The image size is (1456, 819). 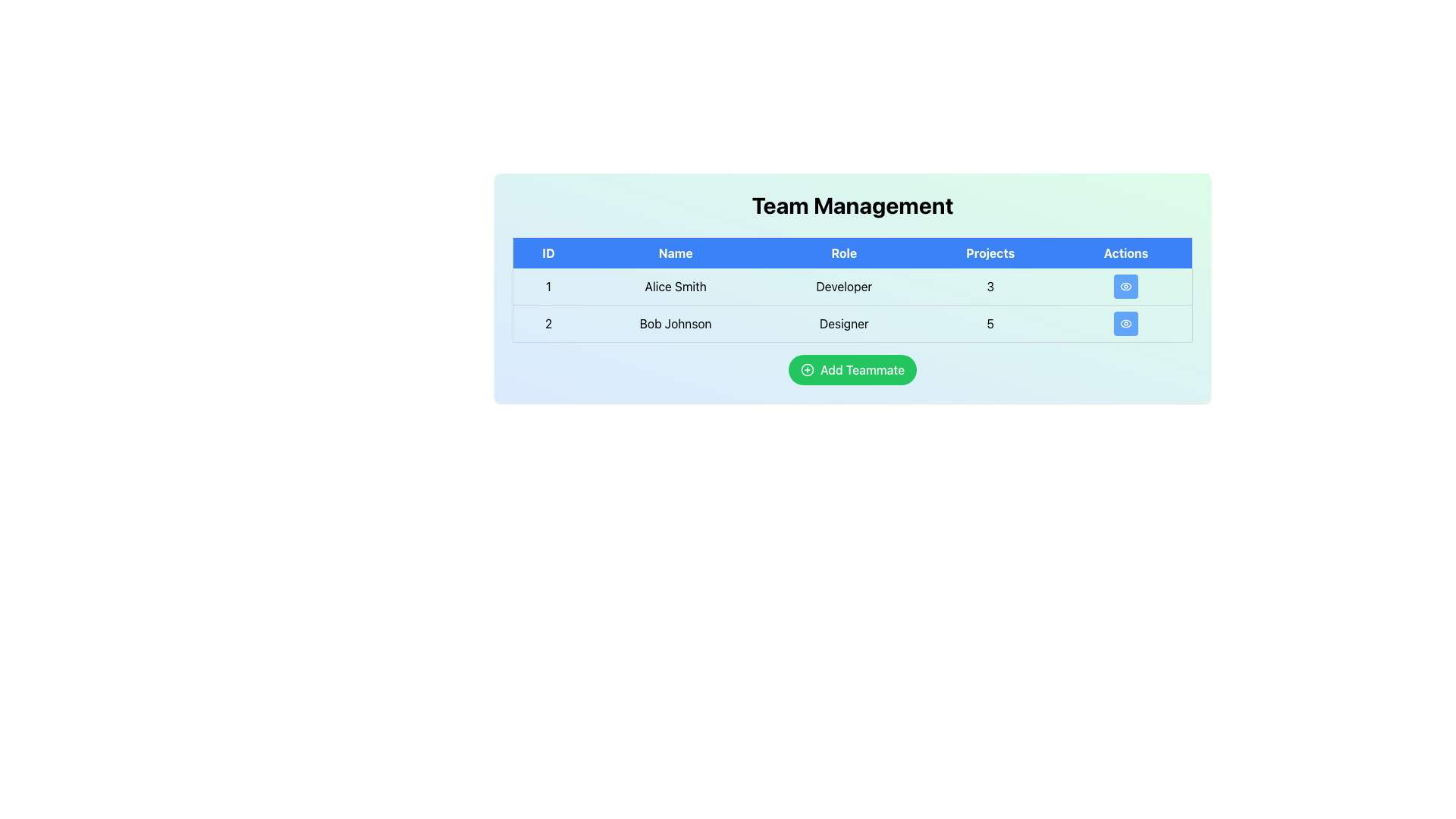 What do you see at coordinates (852, 252) in the screenshot?
I see `the table header cell labeled 'Role' which has a blue background and white font, positioned between 'Name' and 'Projects'` at bounding box center [852, 252].